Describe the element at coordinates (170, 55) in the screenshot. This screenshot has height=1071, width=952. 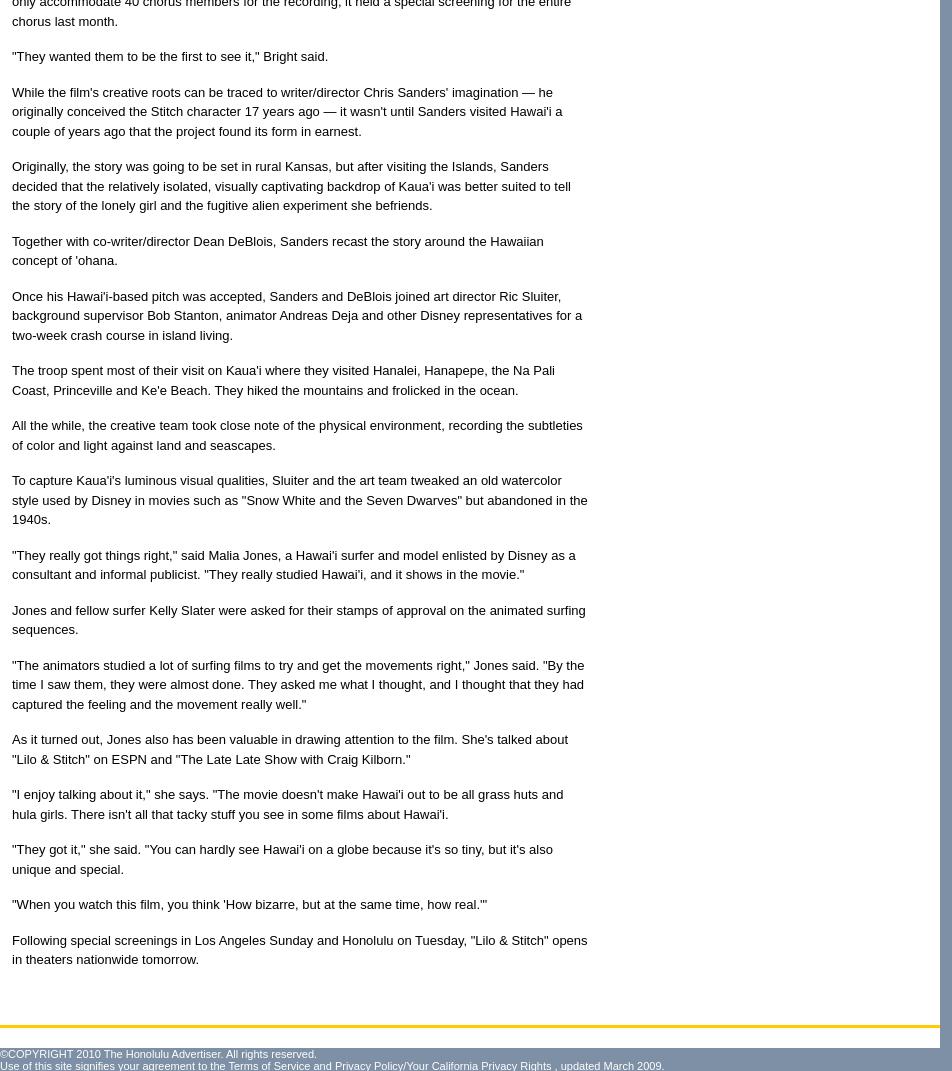
I see `'"They wanted them to be the first to see it," Bright said.'` at that location.